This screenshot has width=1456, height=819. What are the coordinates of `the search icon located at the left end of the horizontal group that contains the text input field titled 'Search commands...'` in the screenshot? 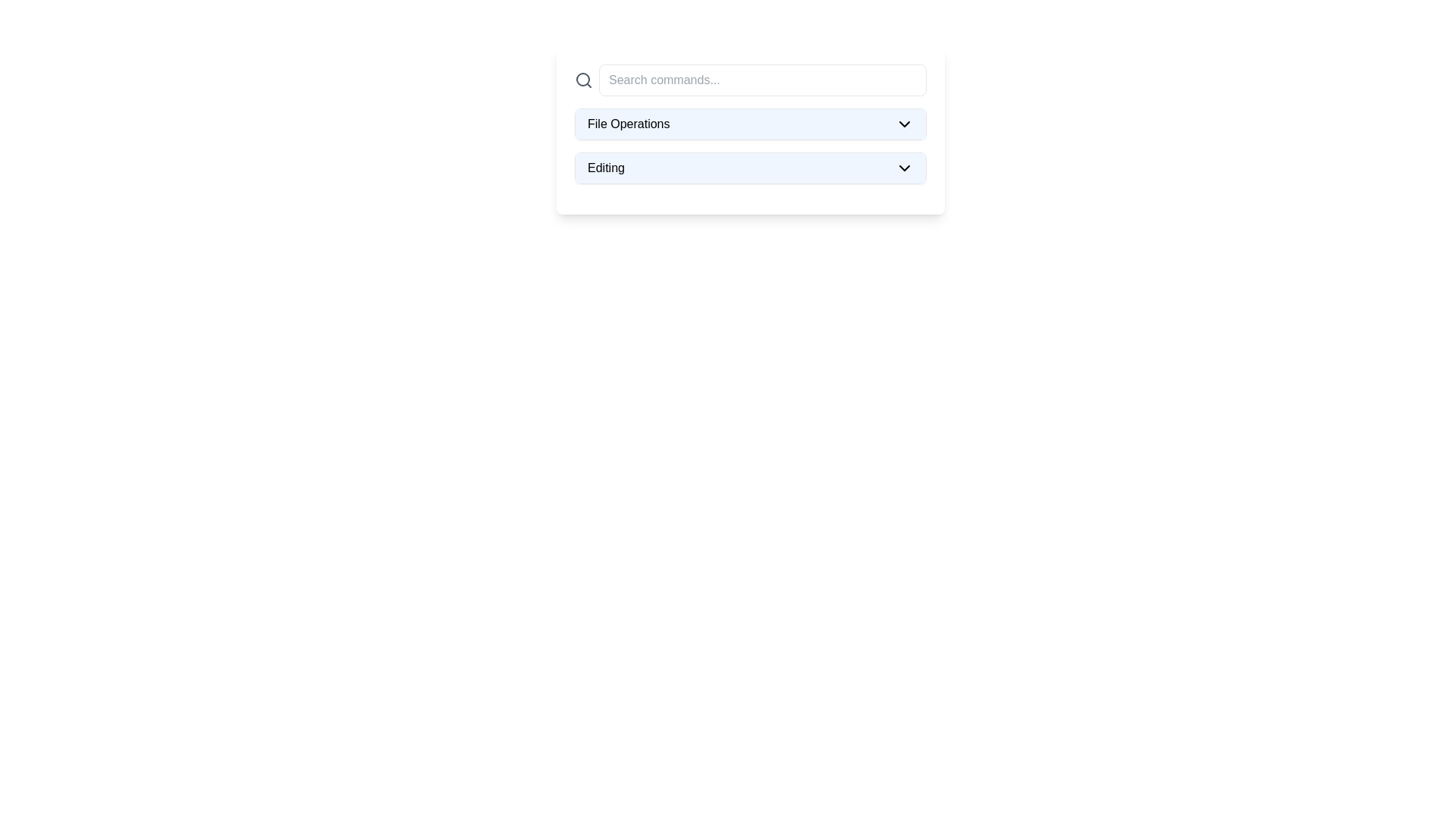 It's located at (582, 80).